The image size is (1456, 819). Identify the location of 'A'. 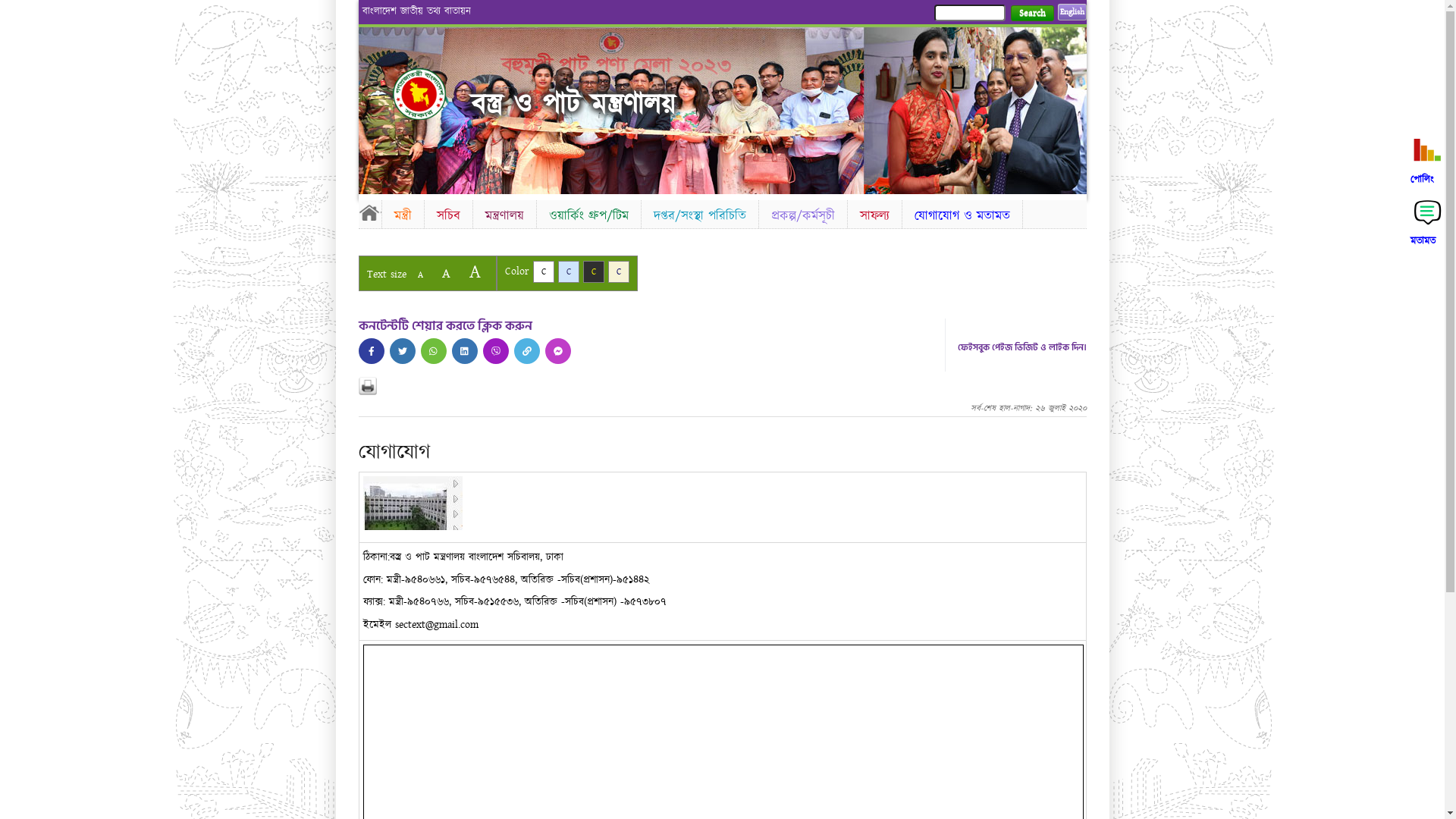
(460, 271).